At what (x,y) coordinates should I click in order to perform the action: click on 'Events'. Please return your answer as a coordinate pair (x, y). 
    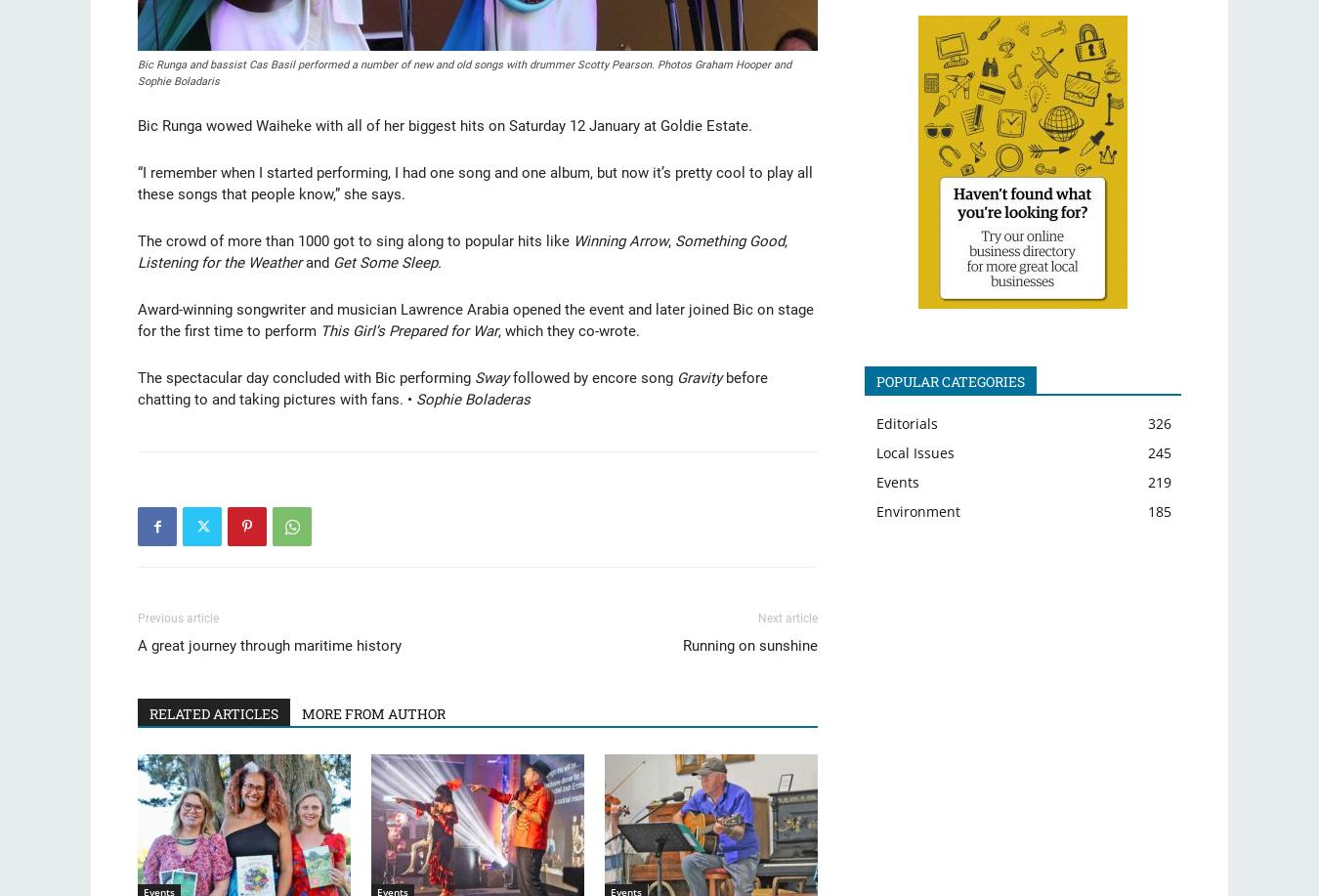
    Looking at the image, I should click on (896, 480).